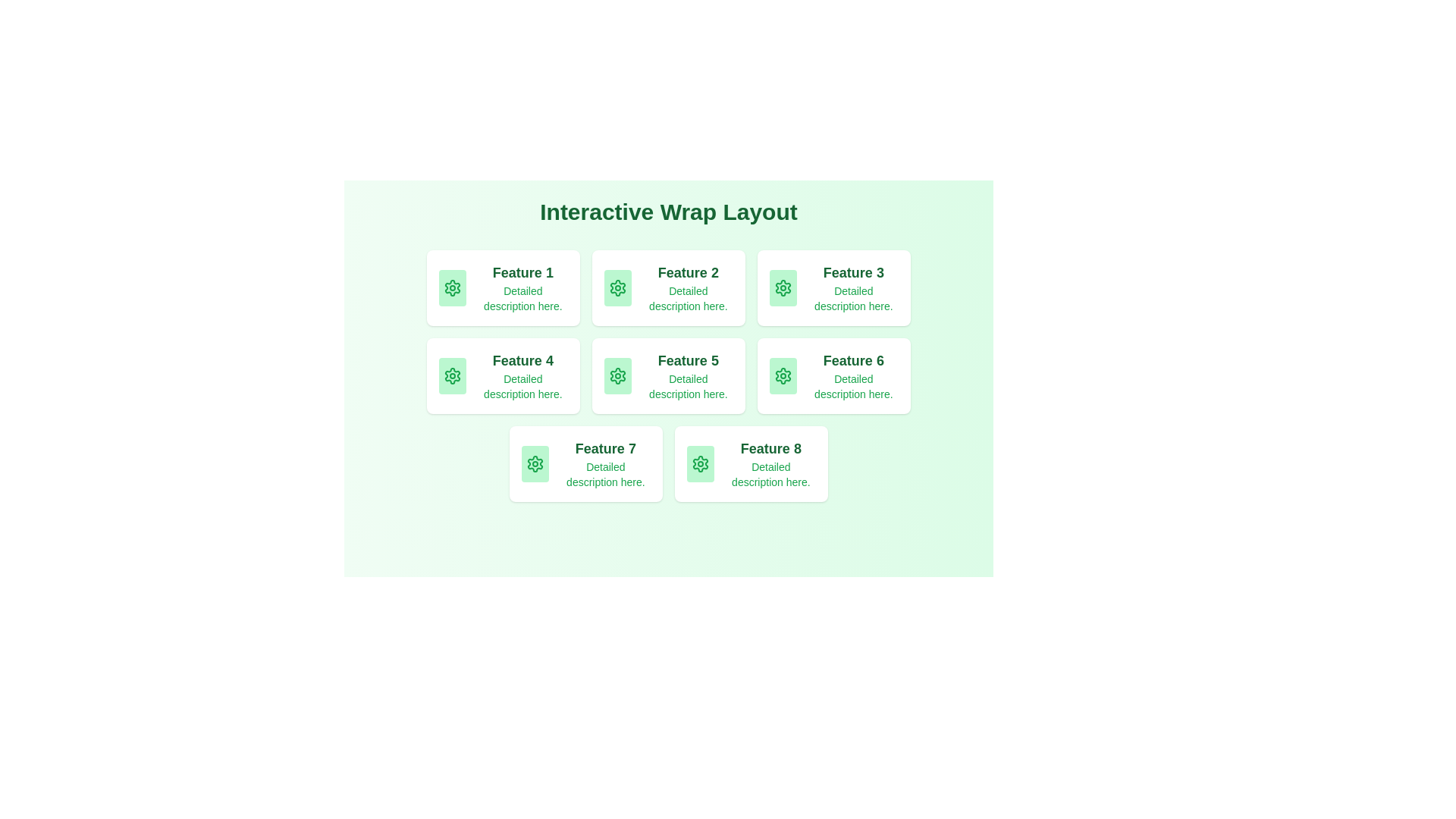 Image resolution: width=1456 pixels, height=819 pixels. Describe the element at coordinates (585, 463) in the screenshot. I see `the Information card that features a gear icon on the left with a light green background and includes 'Feature 7' in bold green text and a subtitle 'Detailed description here.' to trigger animations` at that location.